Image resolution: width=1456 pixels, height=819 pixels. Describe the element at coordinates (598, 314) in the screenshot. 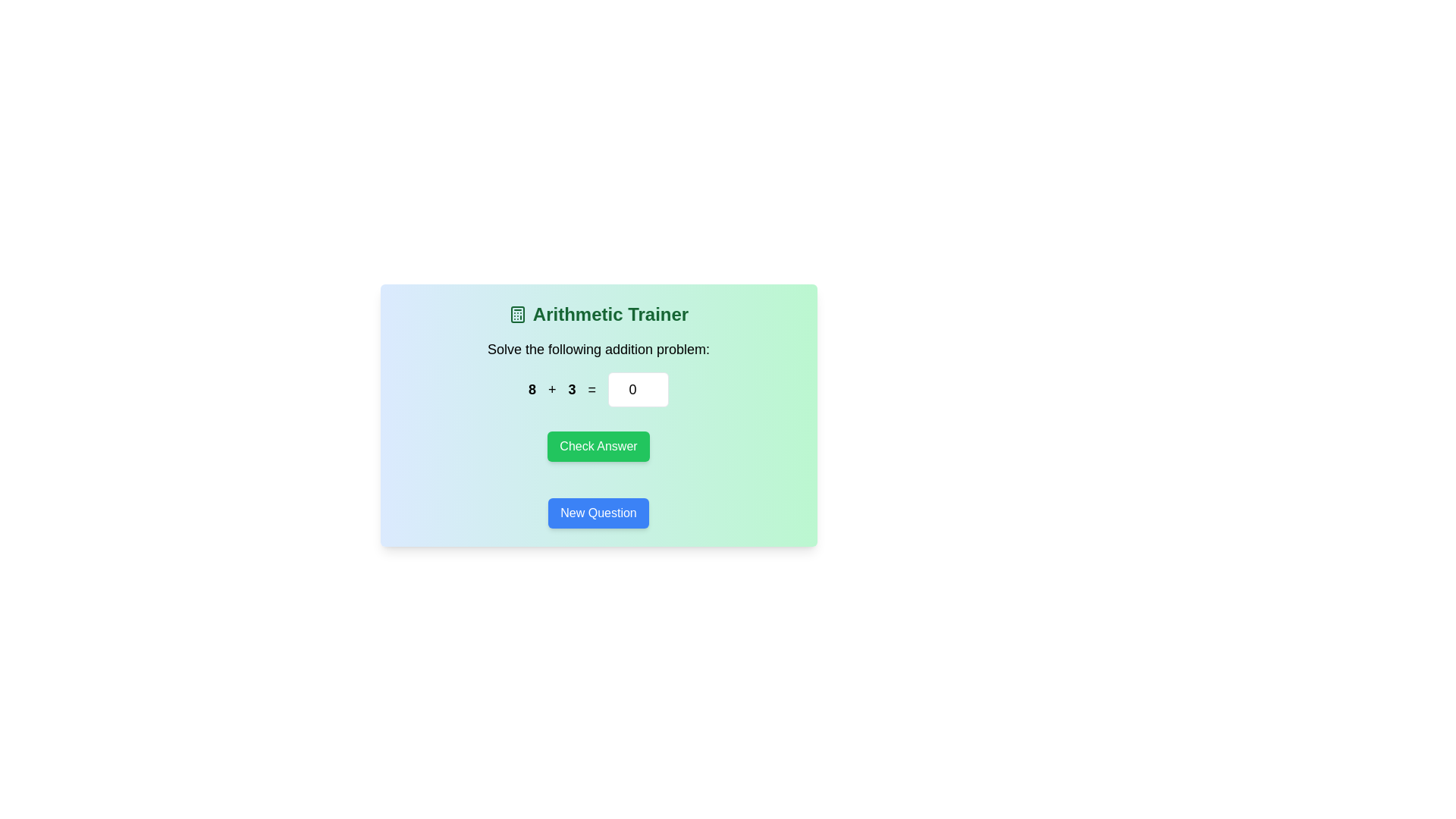

I see `the heading 'Arithmetic Trainer' which is displayed in large, bold, green text, located at the top center of the card layout, adjacent to a calculator icon` at that location.